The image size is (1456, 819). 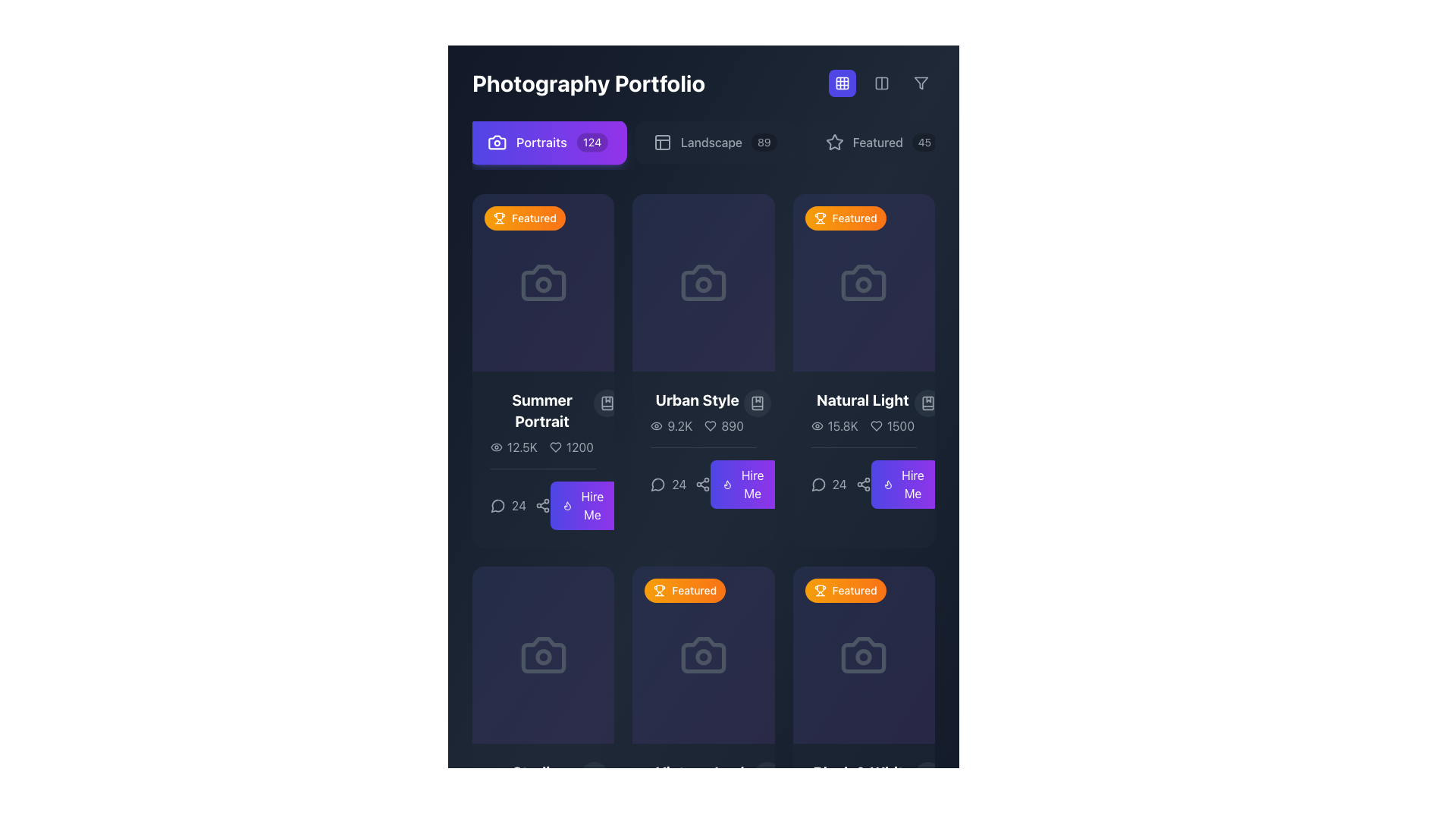 What do you see at coordinates (863, 485) in the screenshot?
I see `the share button represented by a share icon with three connected circles at the bottom of the 'Natural Light' section in the third card of the top row to share the content` at bounding box center [863, 485].